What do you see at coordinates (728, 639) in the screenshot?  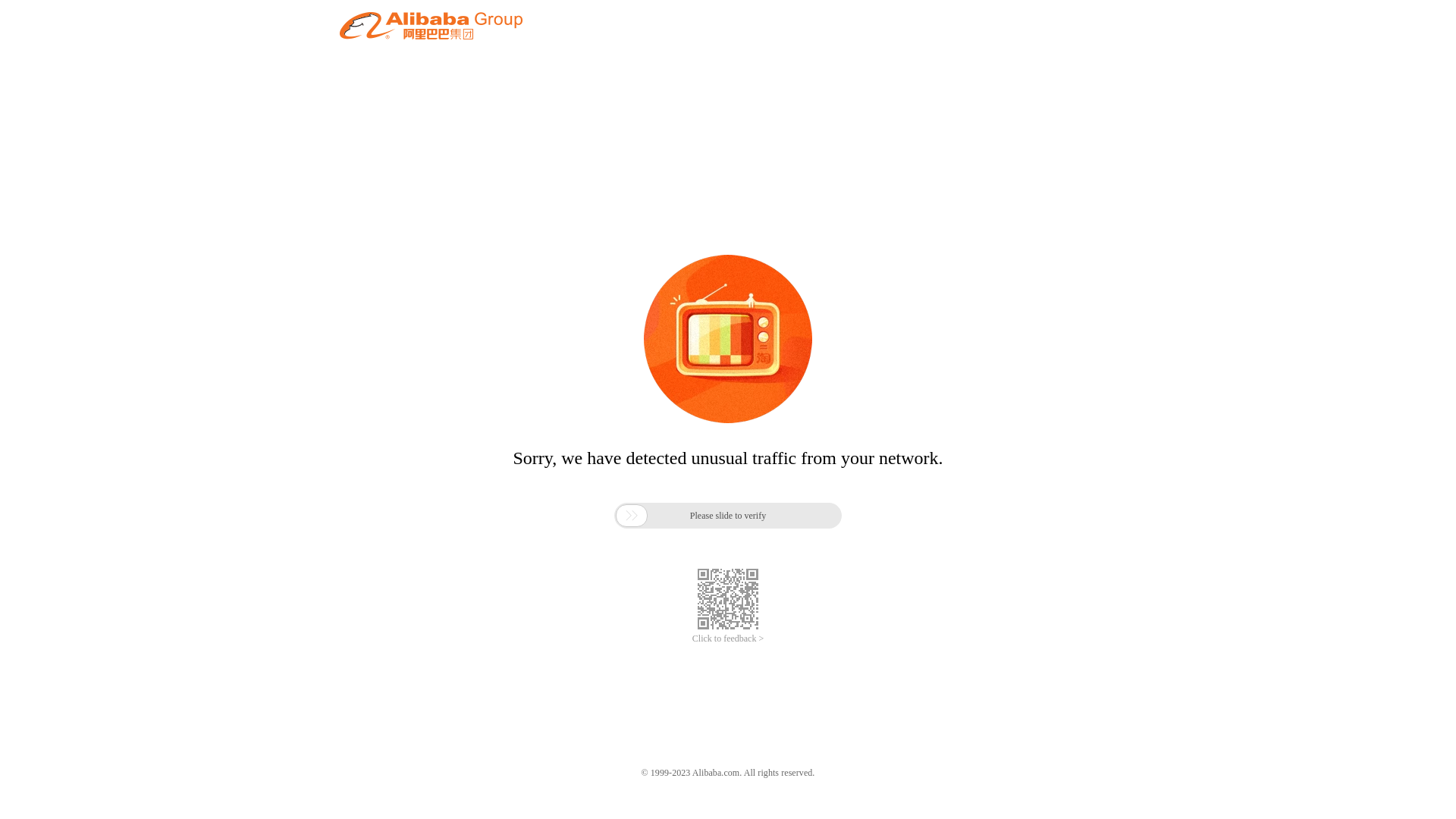 I see `'Click to feedback >'` at bounding box center [728, 639].